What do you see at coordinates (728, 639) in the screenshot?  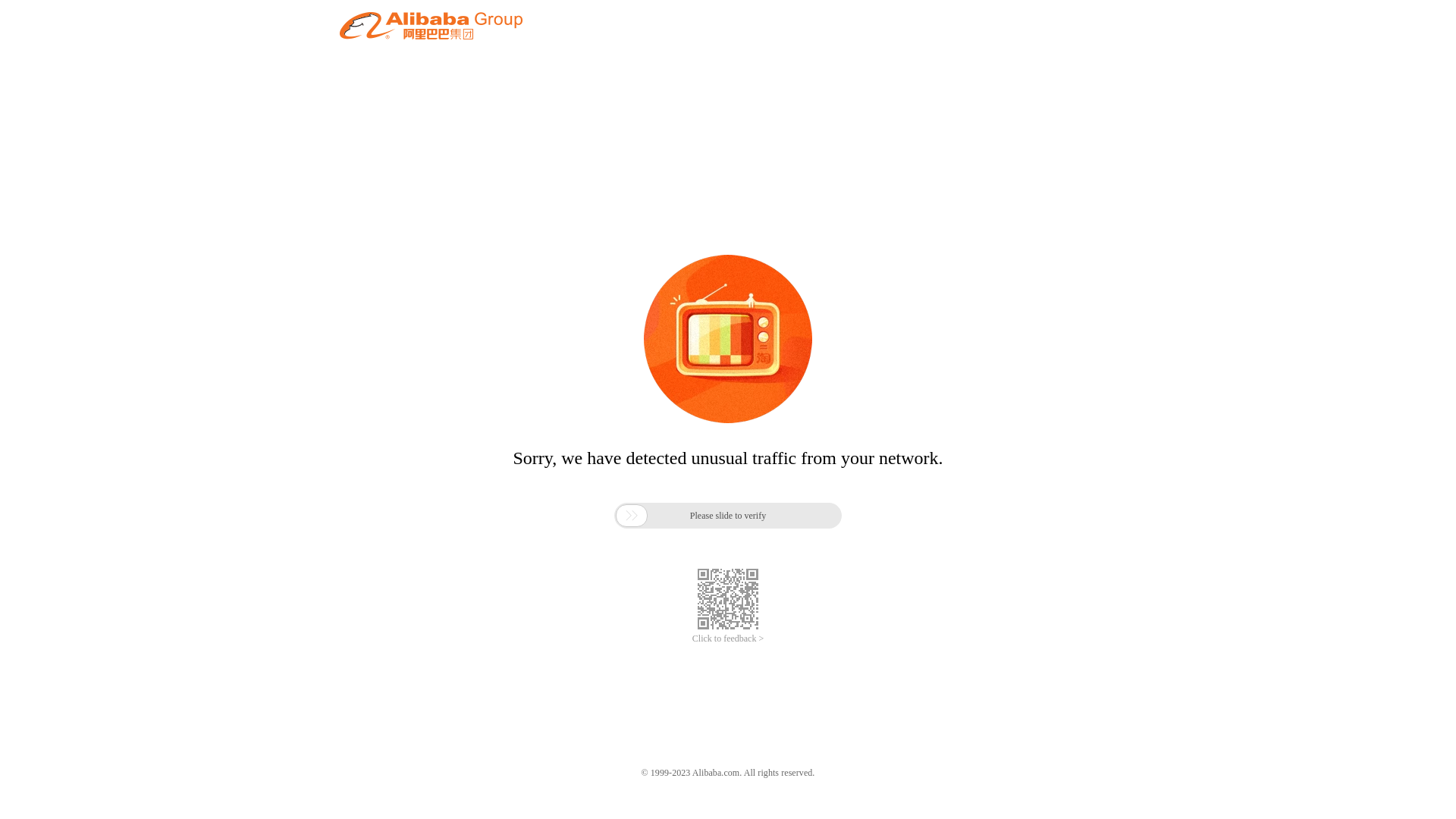 I see `'Click to feedback >'` at bounding box center [728, 639].